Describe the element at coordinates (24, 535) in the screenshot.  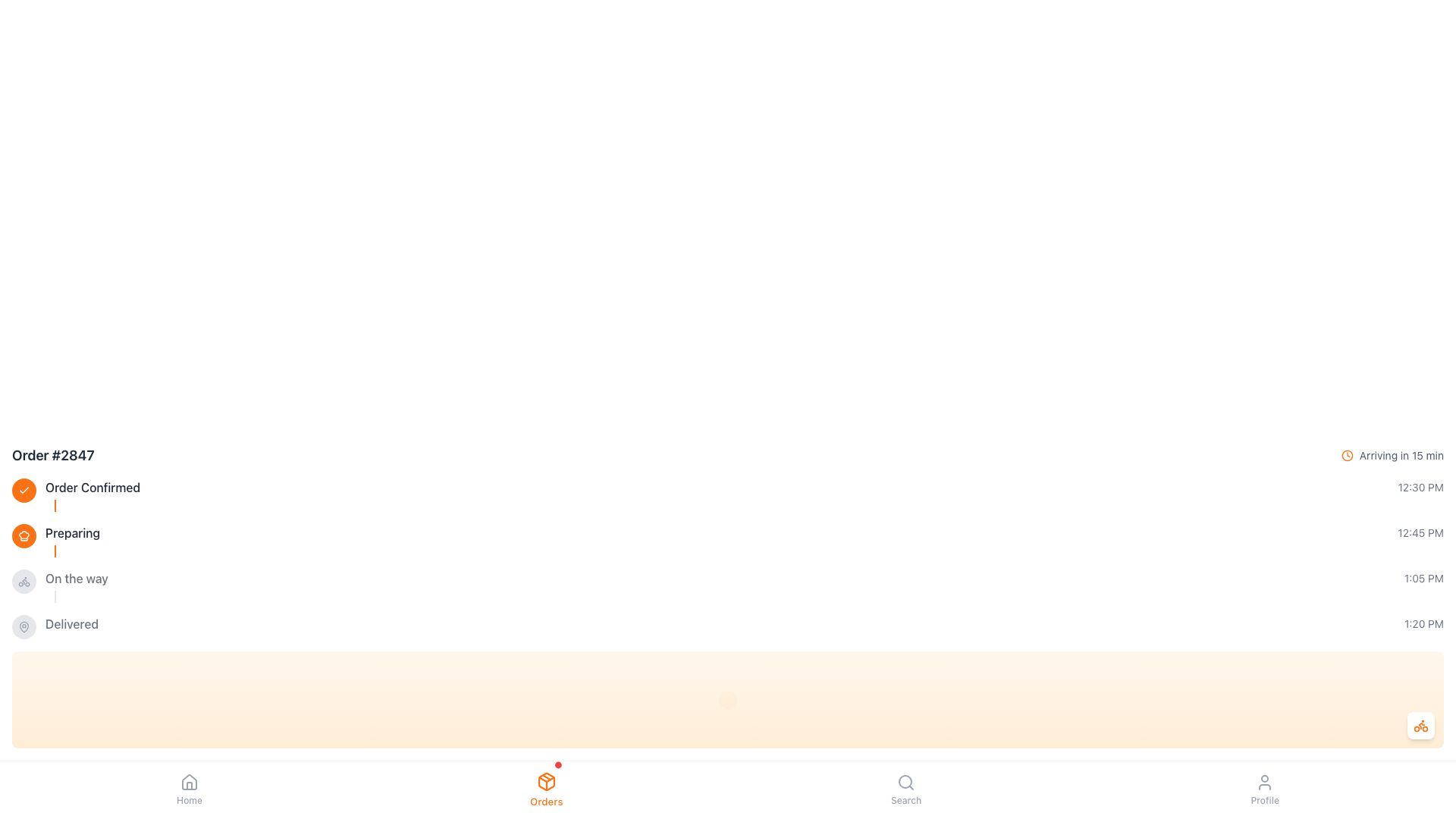
I see `the circular button with an orange background and a white chef hat icon located in the second row of the status tracker, above 'On the way' and below 'Order Confirmed'` at that location.